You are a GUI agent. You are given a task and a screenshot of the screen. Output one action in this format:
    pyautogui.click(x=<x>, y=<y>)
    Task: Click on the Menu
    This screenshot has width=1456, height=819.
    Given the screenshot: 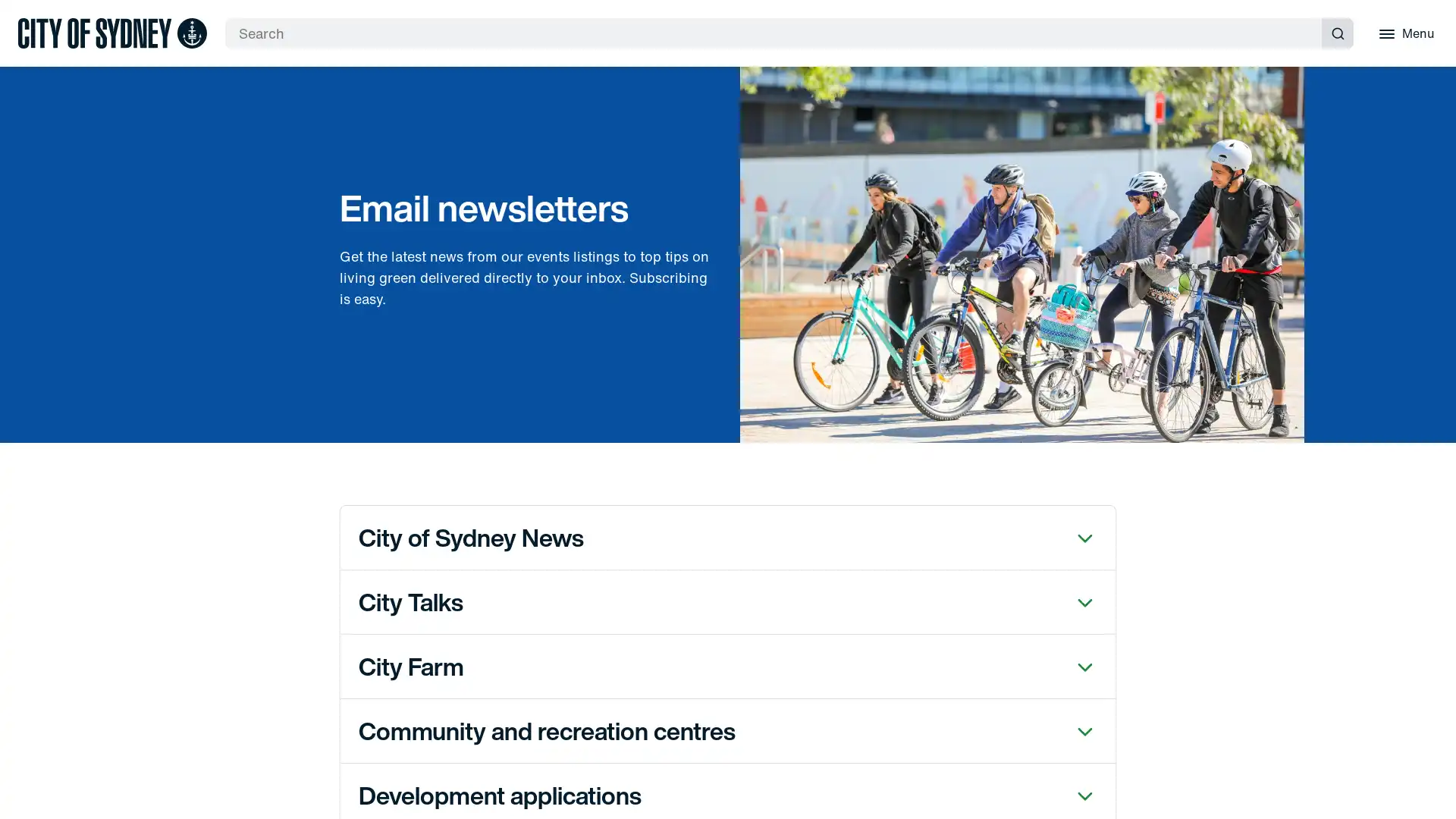 What is the action you would take?
    pyautogui.click(x=1404, y=33)
    